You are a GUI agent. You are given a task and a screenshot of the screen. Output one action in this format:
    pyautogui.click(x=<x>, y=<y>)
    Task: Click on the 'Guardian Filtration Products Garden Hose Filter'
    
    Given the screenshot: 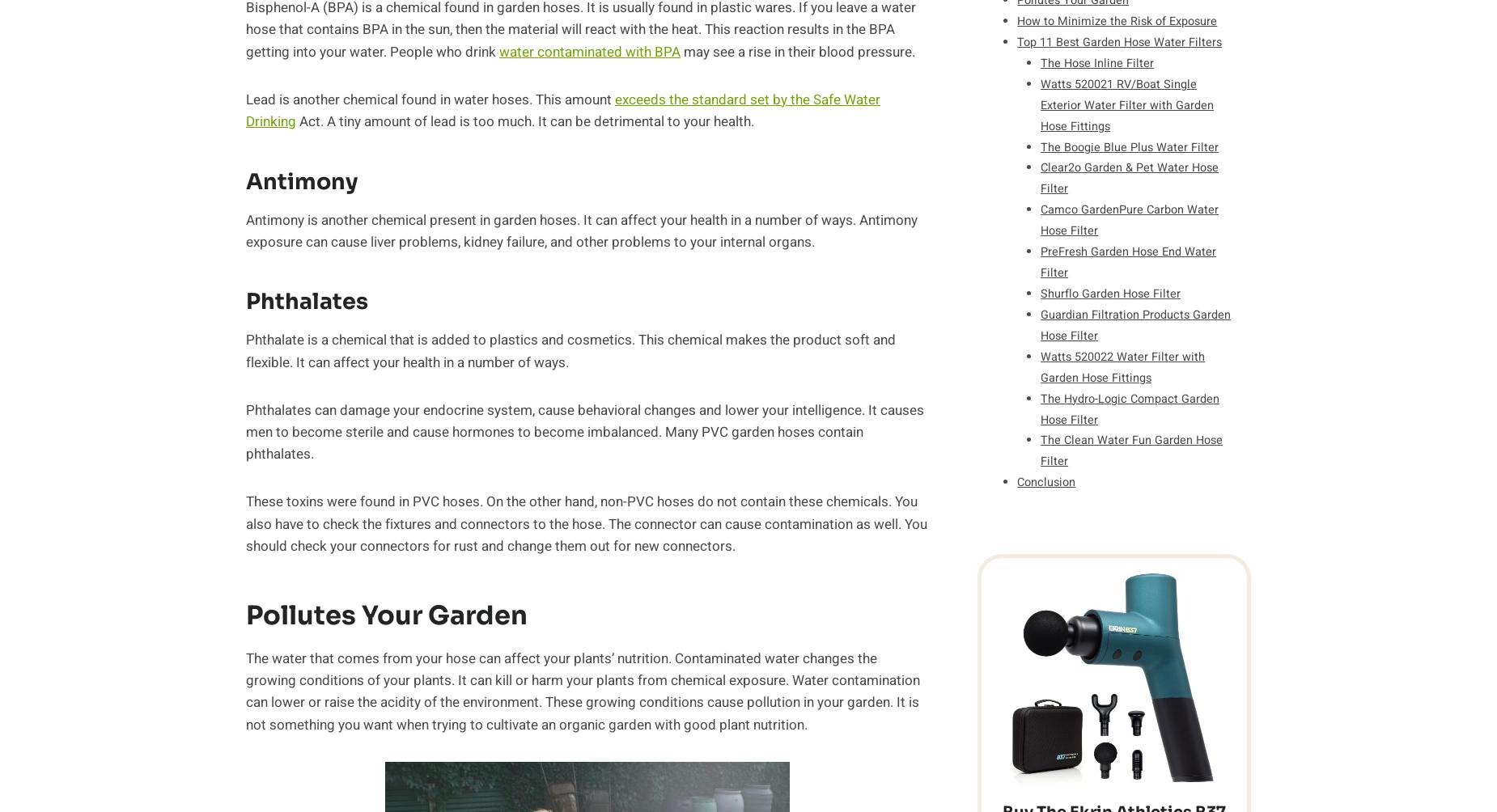 What is the action you would take?
    pyautogui.click(x=1135, y=324)
    